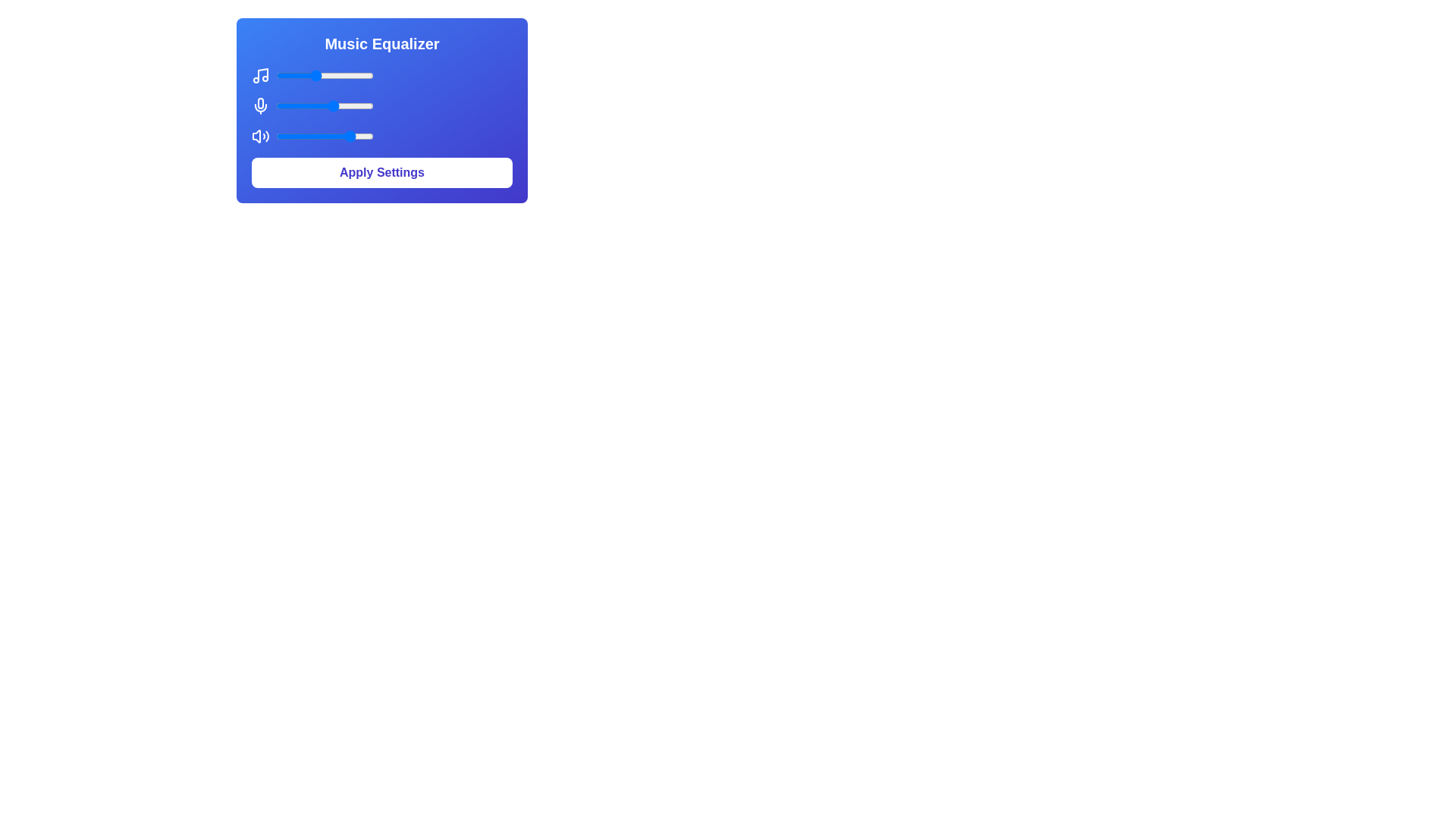 This screenshot has height=819, width=1456. Describe the element at coordinates (292, 136) in the screenshot. I see `the volume` at that location.